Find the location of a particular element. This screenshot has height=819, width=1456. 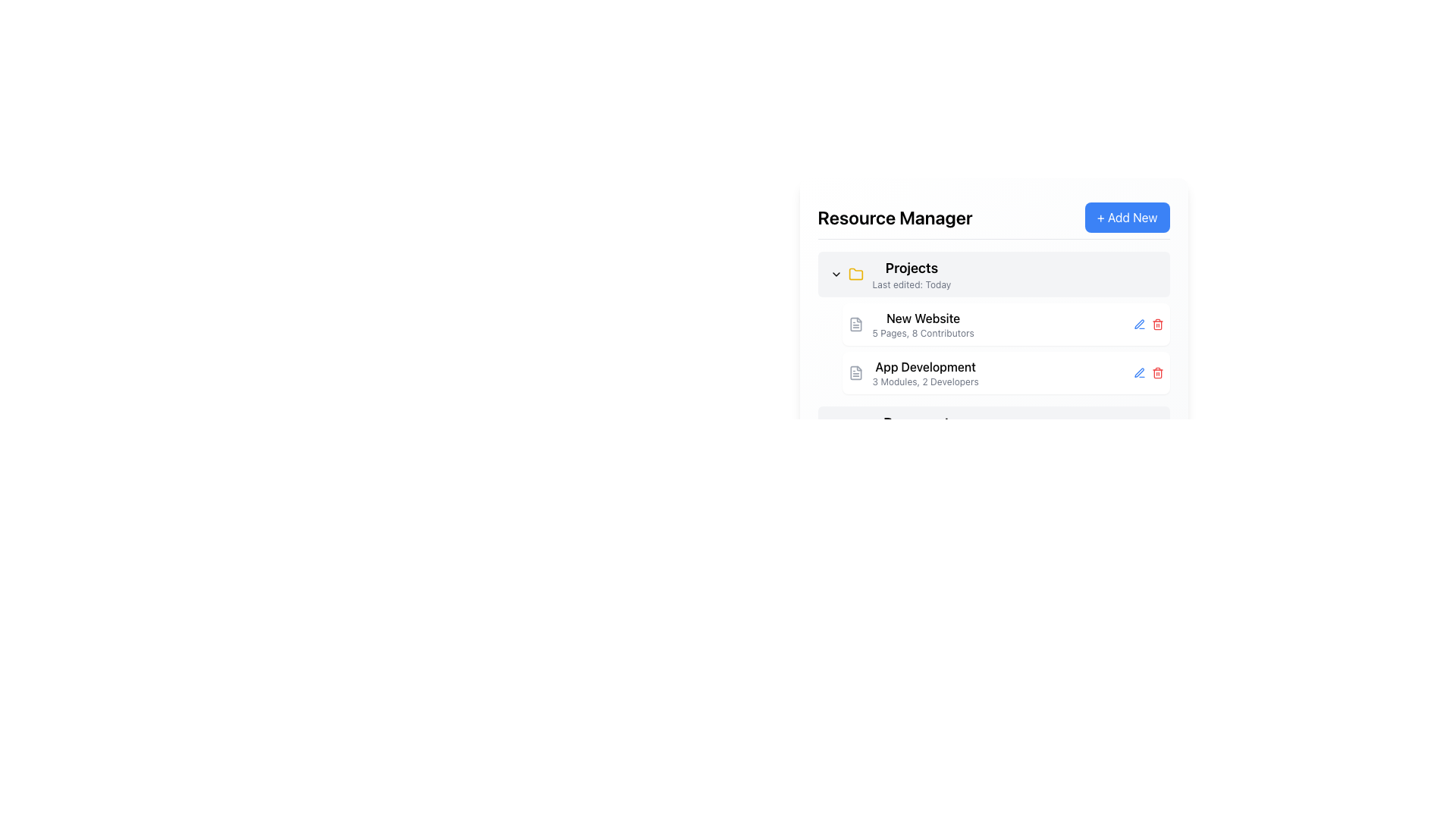

the second list item in the 'Projects' section, which contains the label 'App Development' in bold and larger font, and the details '3 Modules, 2 Developers' in smaller, lighter gray font is located at coordinates (924, 373).